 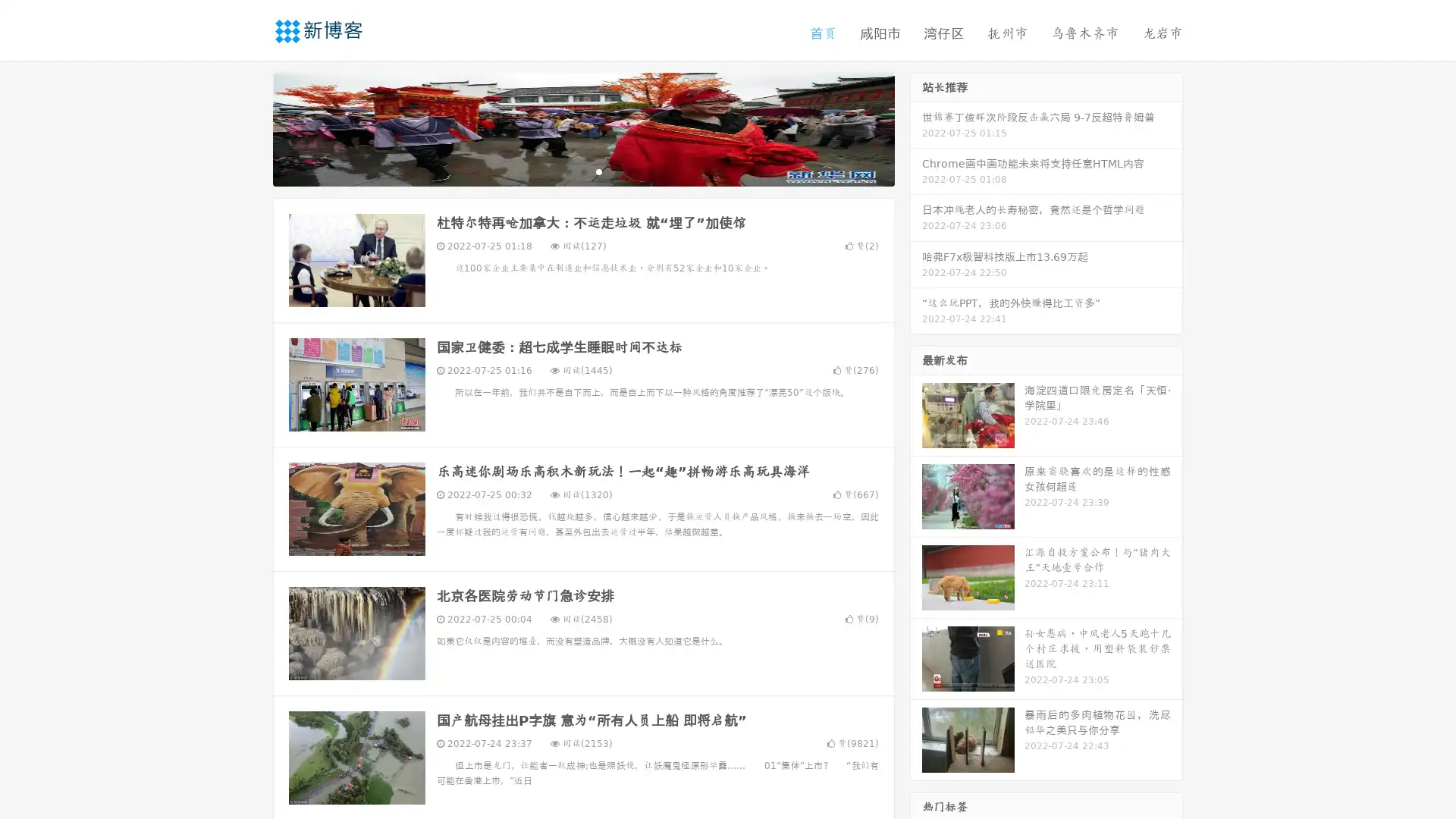 I want to click on Previous slide, so click(x=250, y=127).